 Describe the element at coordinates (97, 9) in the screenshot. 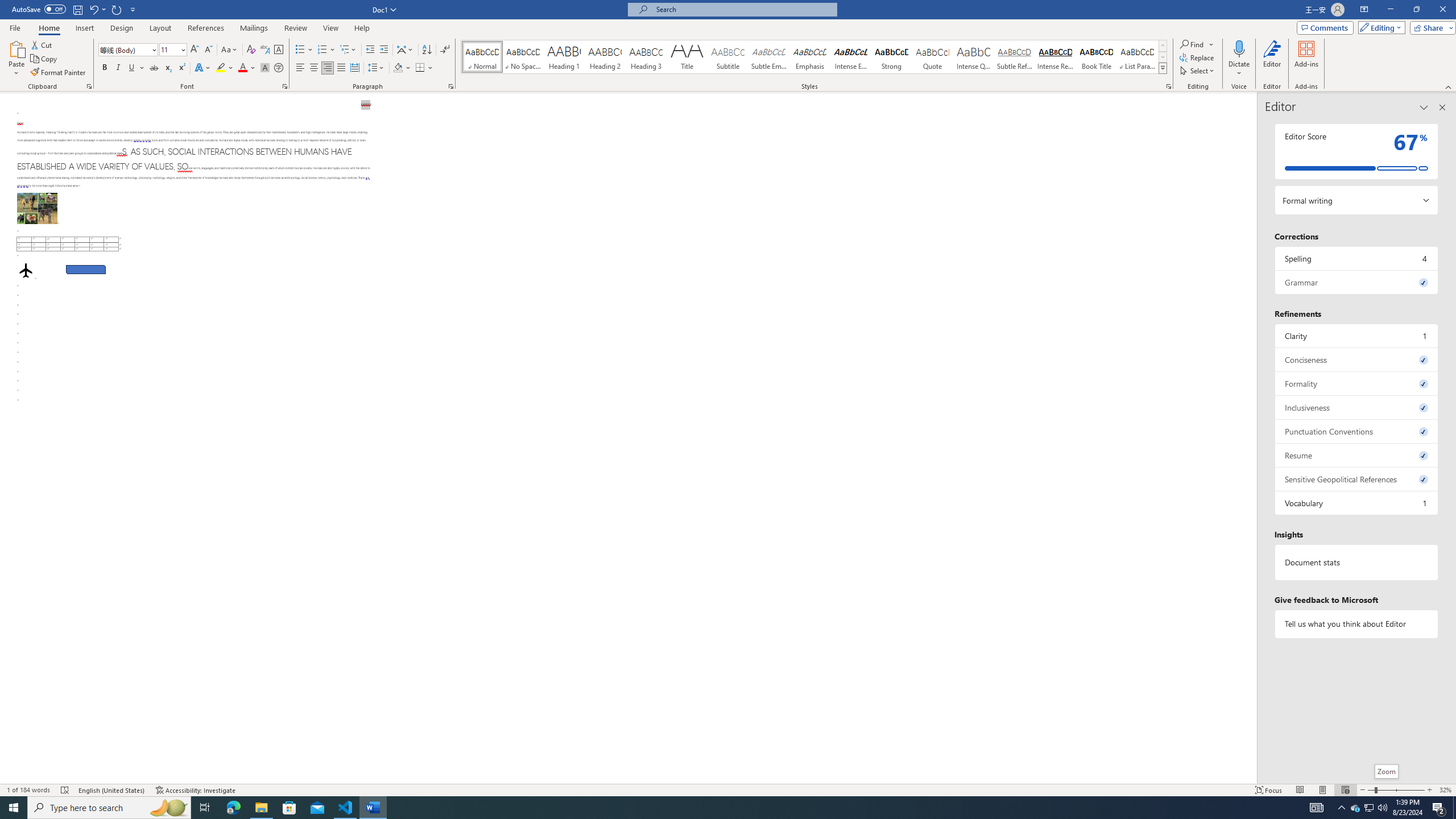

I see `'Undo Paragraph Alignment'` at that location.